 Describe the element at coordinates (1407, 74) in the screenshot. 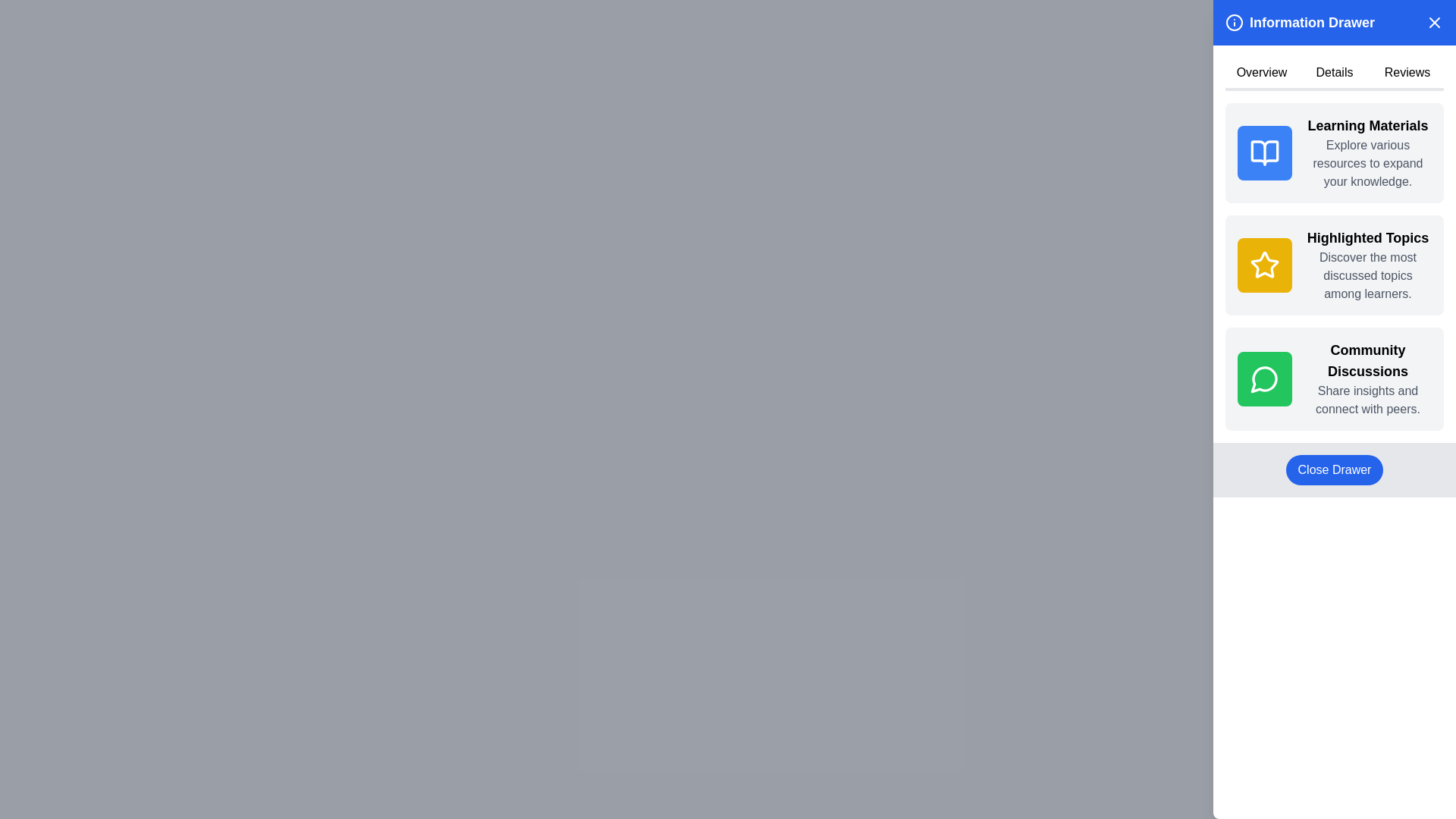

I see `the third navigation tab in the horizontal navigation bar` at that location.